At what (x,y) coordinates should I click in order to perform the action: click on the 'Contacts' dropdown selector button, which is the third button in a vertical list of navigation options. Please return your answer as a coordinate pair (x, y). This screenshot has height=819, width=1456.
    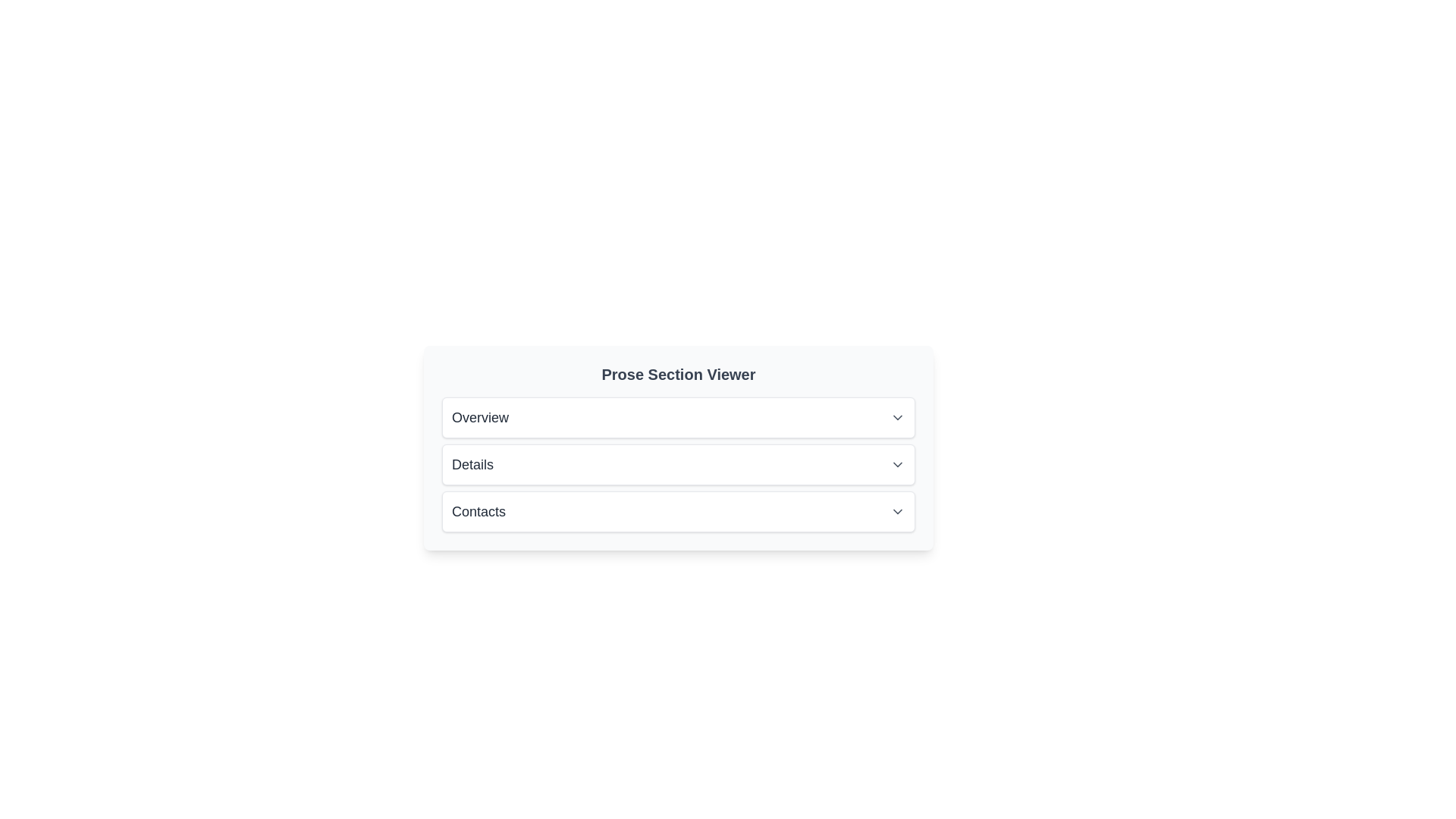
    Looking at the image, I should click on (677, 512).